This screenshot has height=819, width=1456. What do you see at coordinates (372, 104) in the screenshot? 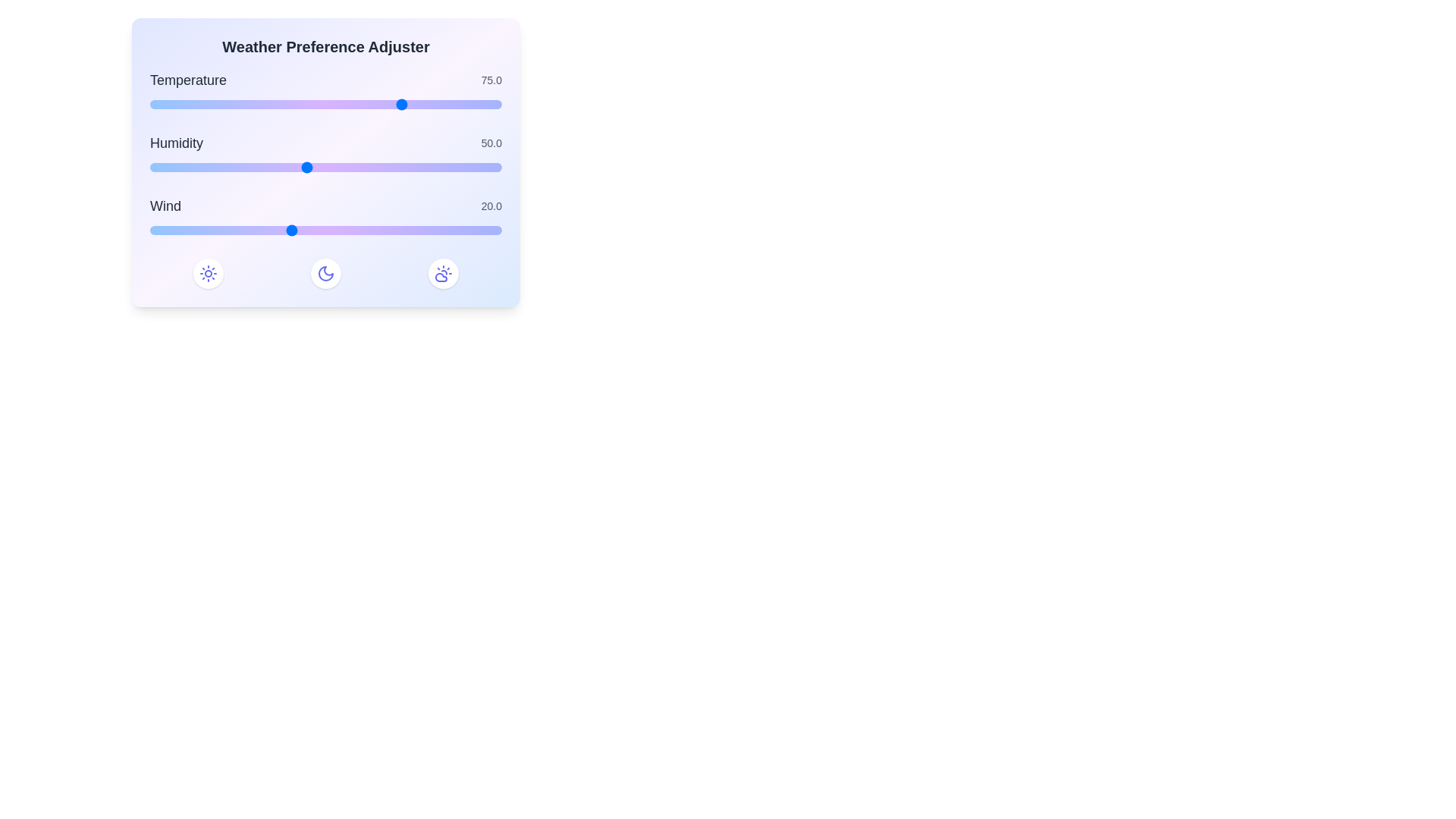
I see `the temperature` at bounding box center [372, 104].